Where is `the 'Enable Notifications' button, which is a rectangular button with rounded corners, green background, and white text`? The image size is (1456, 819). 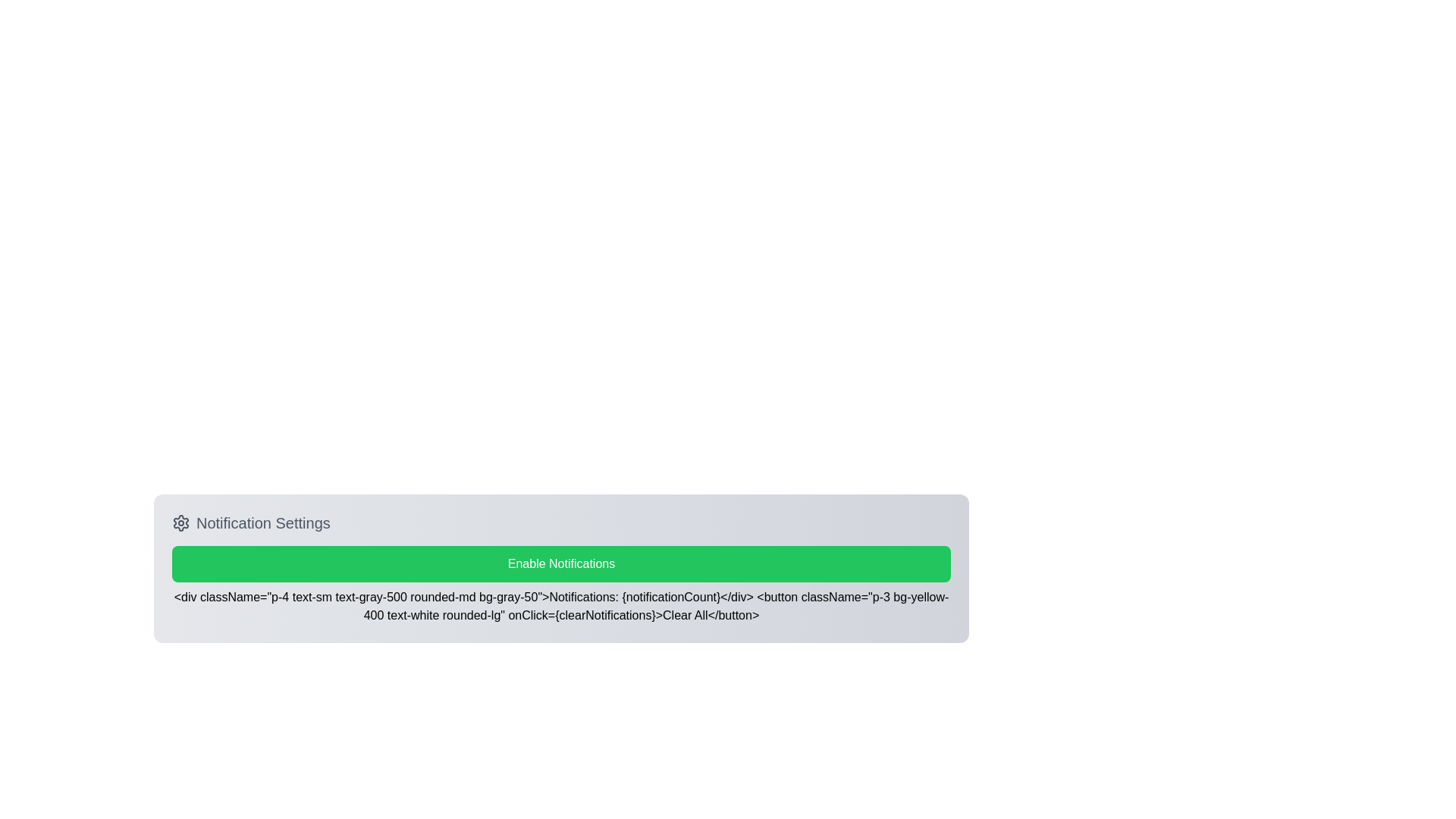
the 'Enable Notifications' button, which is a rectangular button with rounded corners, green background, and white text is located at coordinates (560, 564).